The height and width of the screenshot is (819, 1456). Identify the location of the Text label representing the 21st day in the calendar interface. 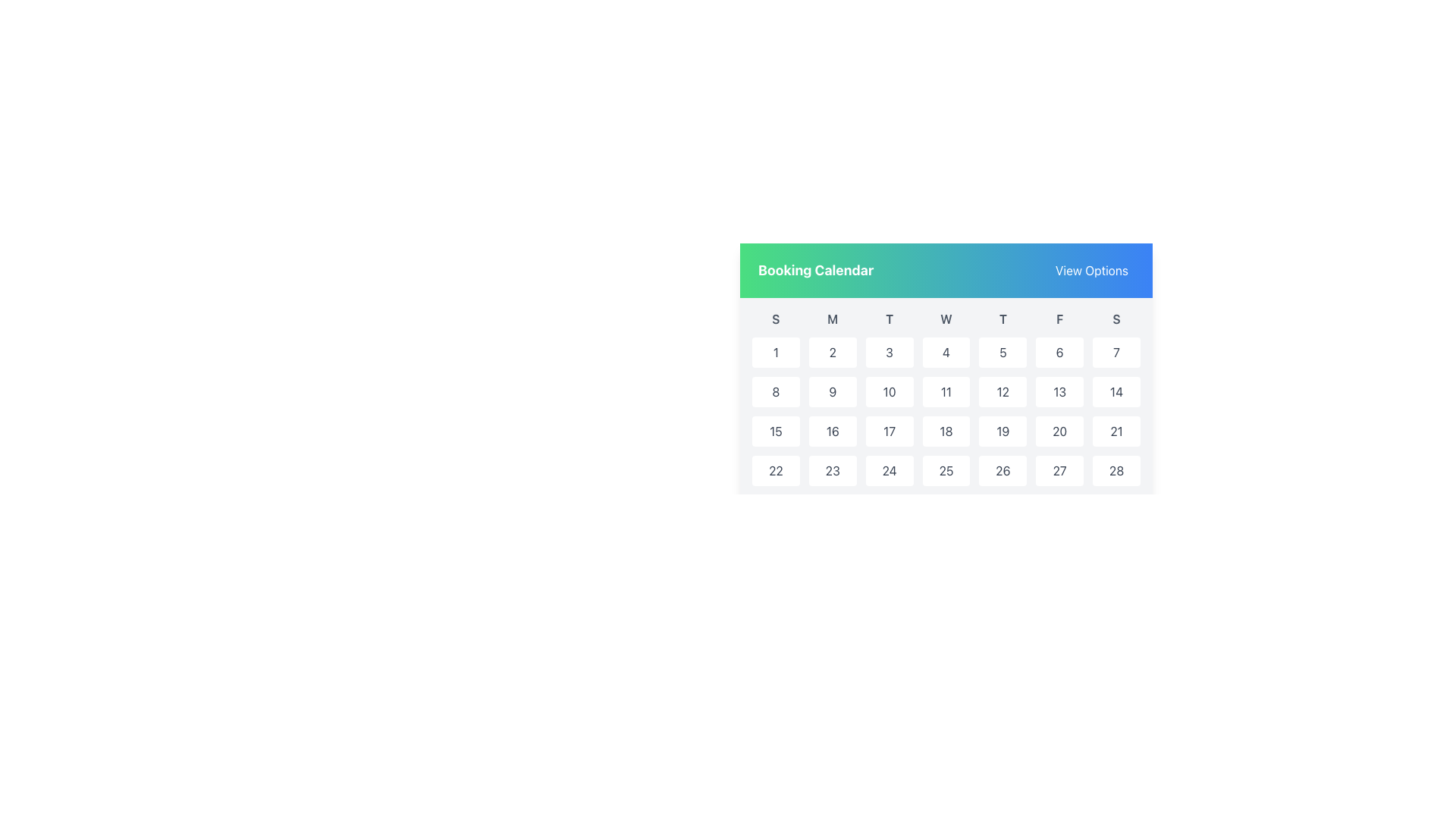
(1116, 431).